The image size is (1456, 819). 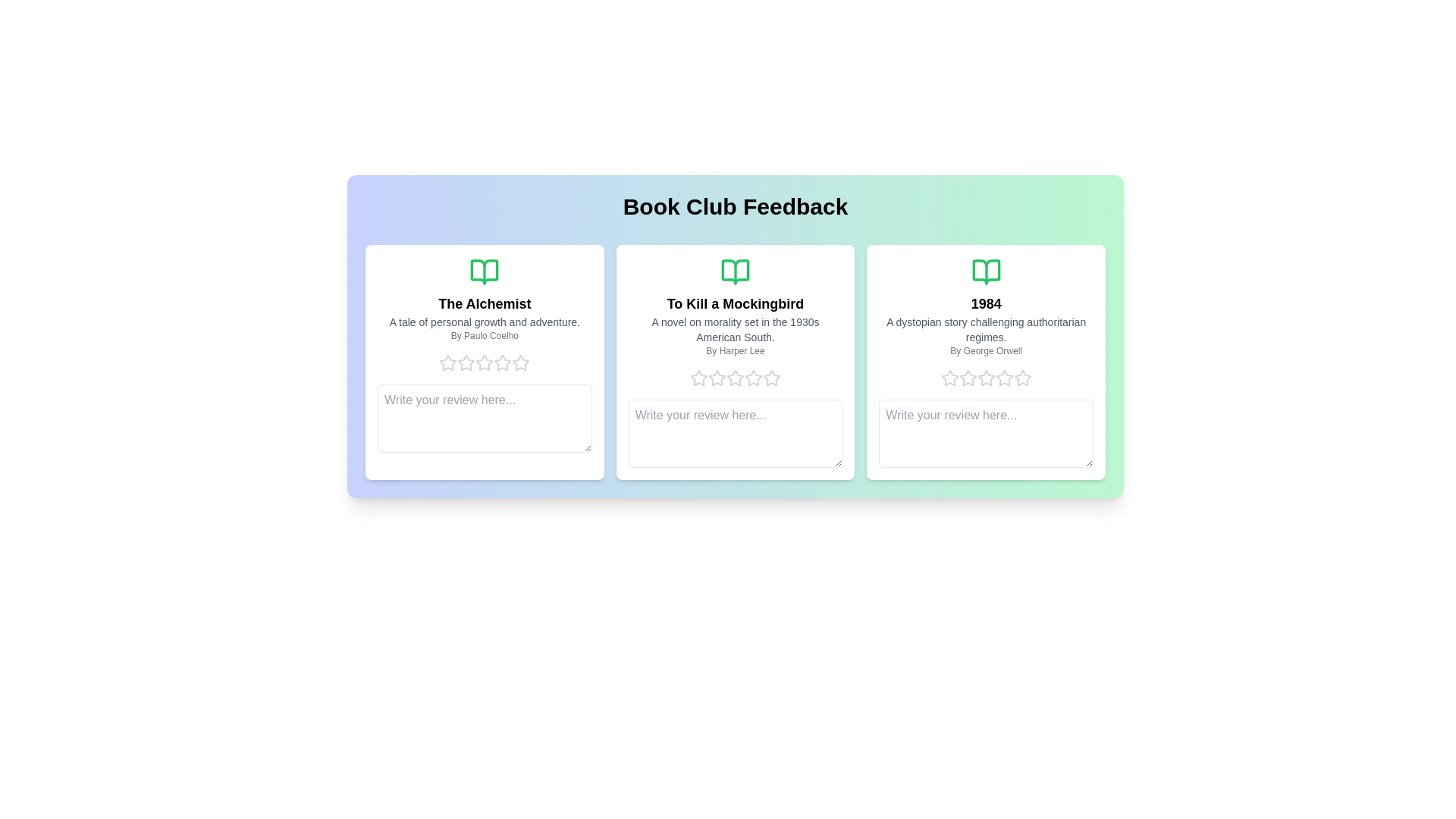 I want to click on text label displaying the title of the book 'The Alchemist' located at the center of the top third of the leftmost card in a row of three cards, so click(x=484, y=304).